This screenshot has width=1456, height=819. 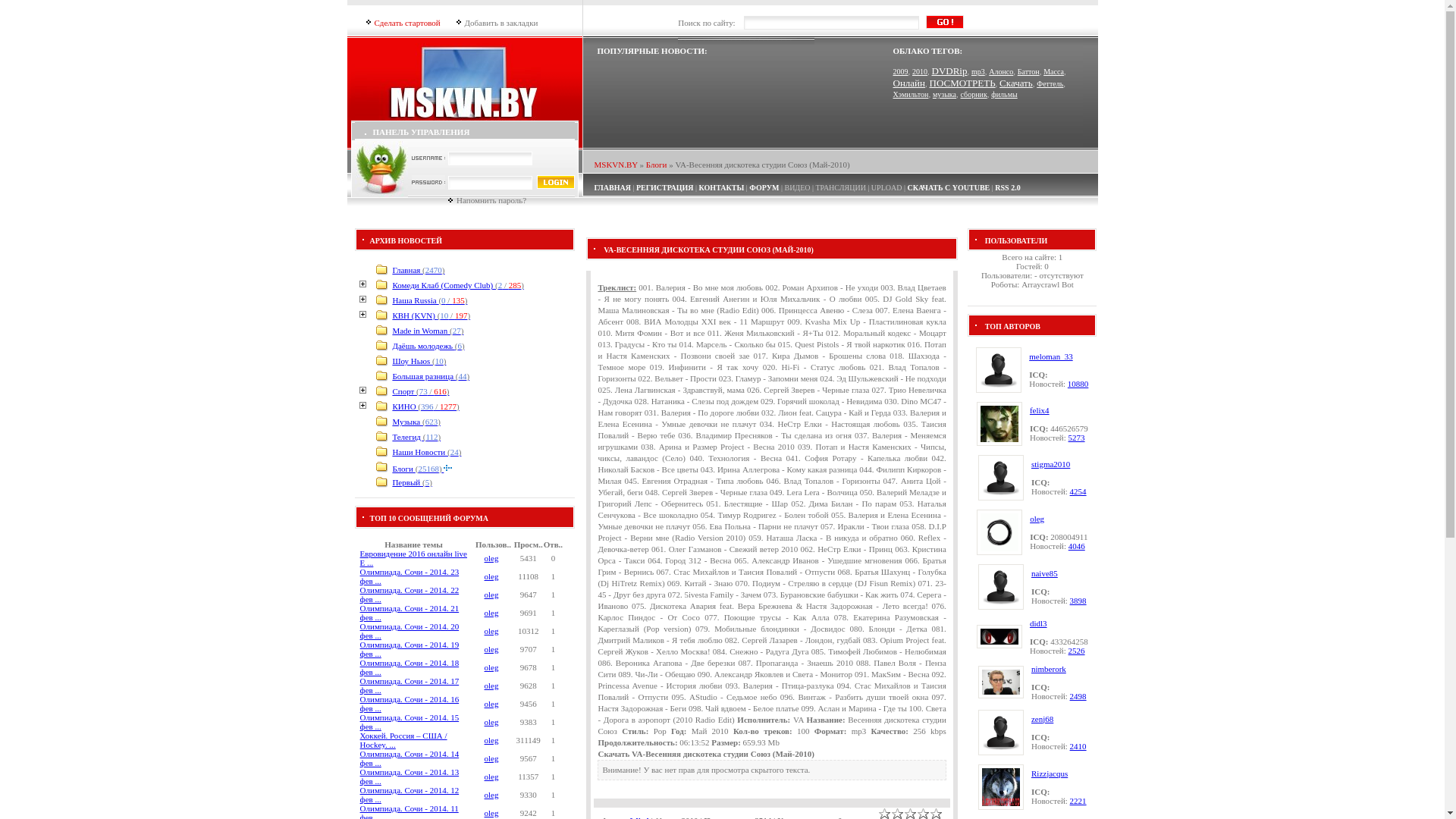 What do you see at coordinates (1039, 409) in the screenshot?
I see `'felix4'` at bounding box center [1039, 409].